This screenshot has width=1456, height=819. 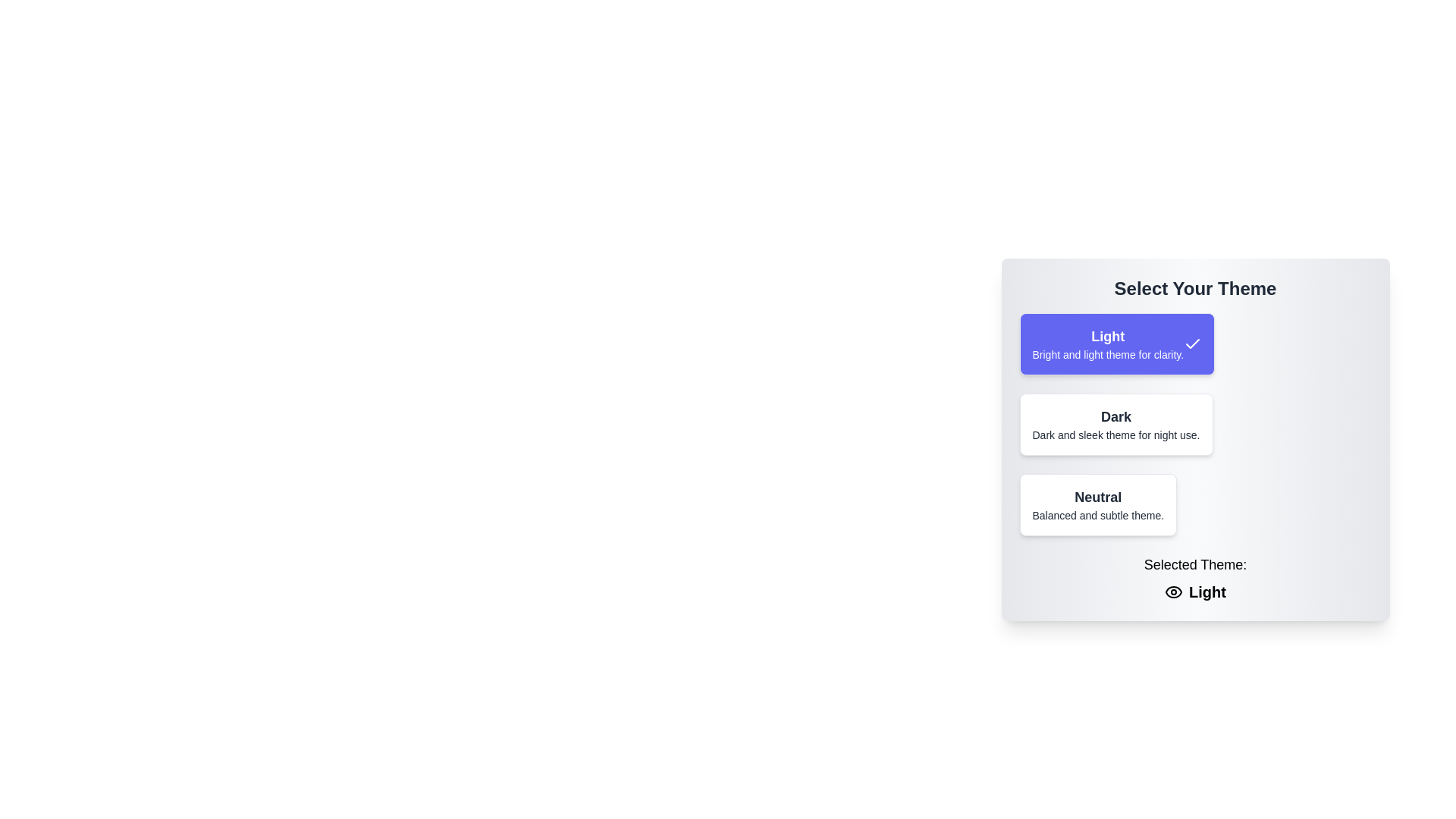 What do you see at coordinates (1194, 579) in the screenshot?
I see `the static text display with the label 'Selected Theme: Light' and an adjacent eye icon, located at the bottom of the theme selection card` at bounding box center [1194, 579].